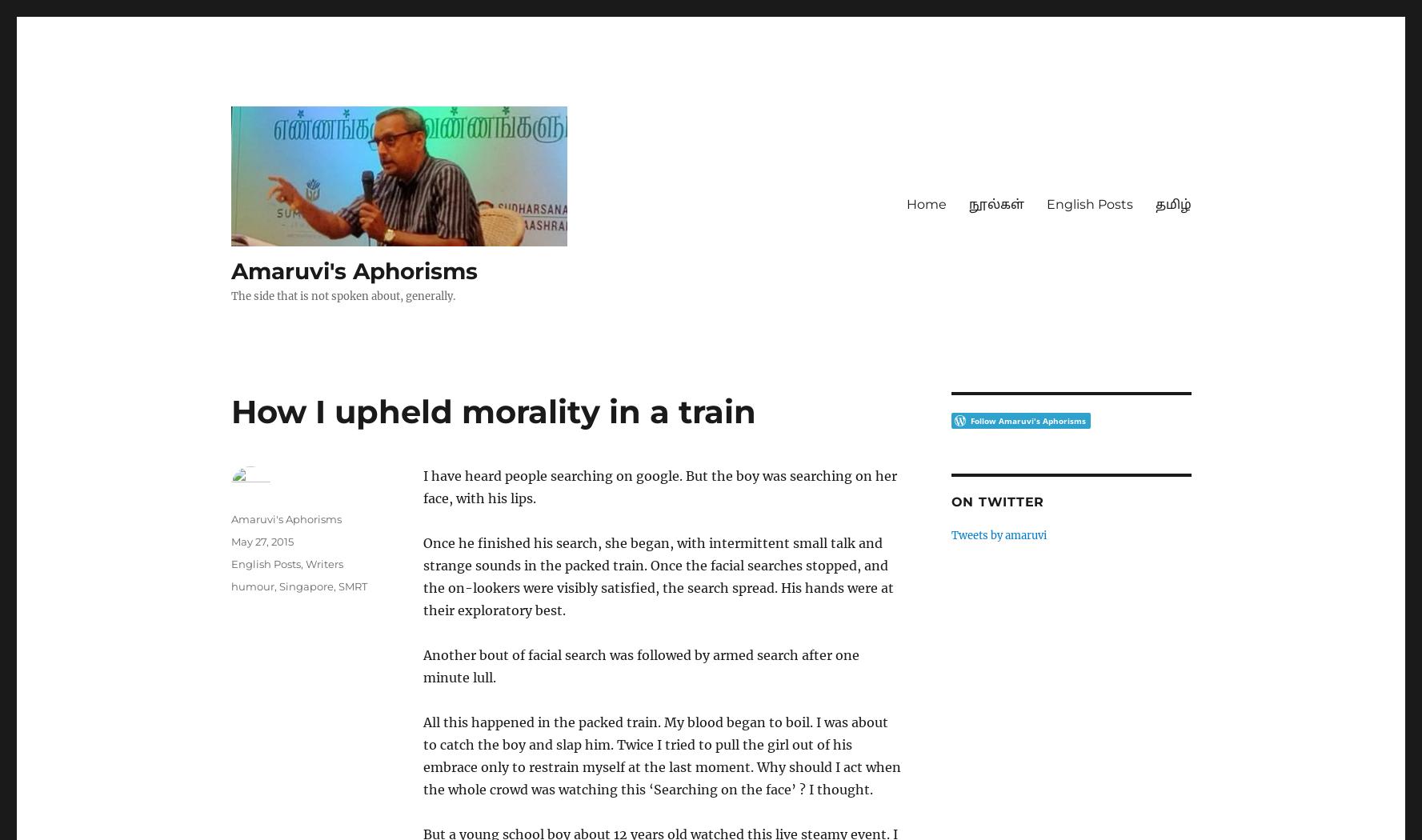  What do you see at coordinates (422, 666) in the screenshot?
I see `'Another bout of facial search was followed by armed search after one minute lull.'` at bounding box center [422, 666].